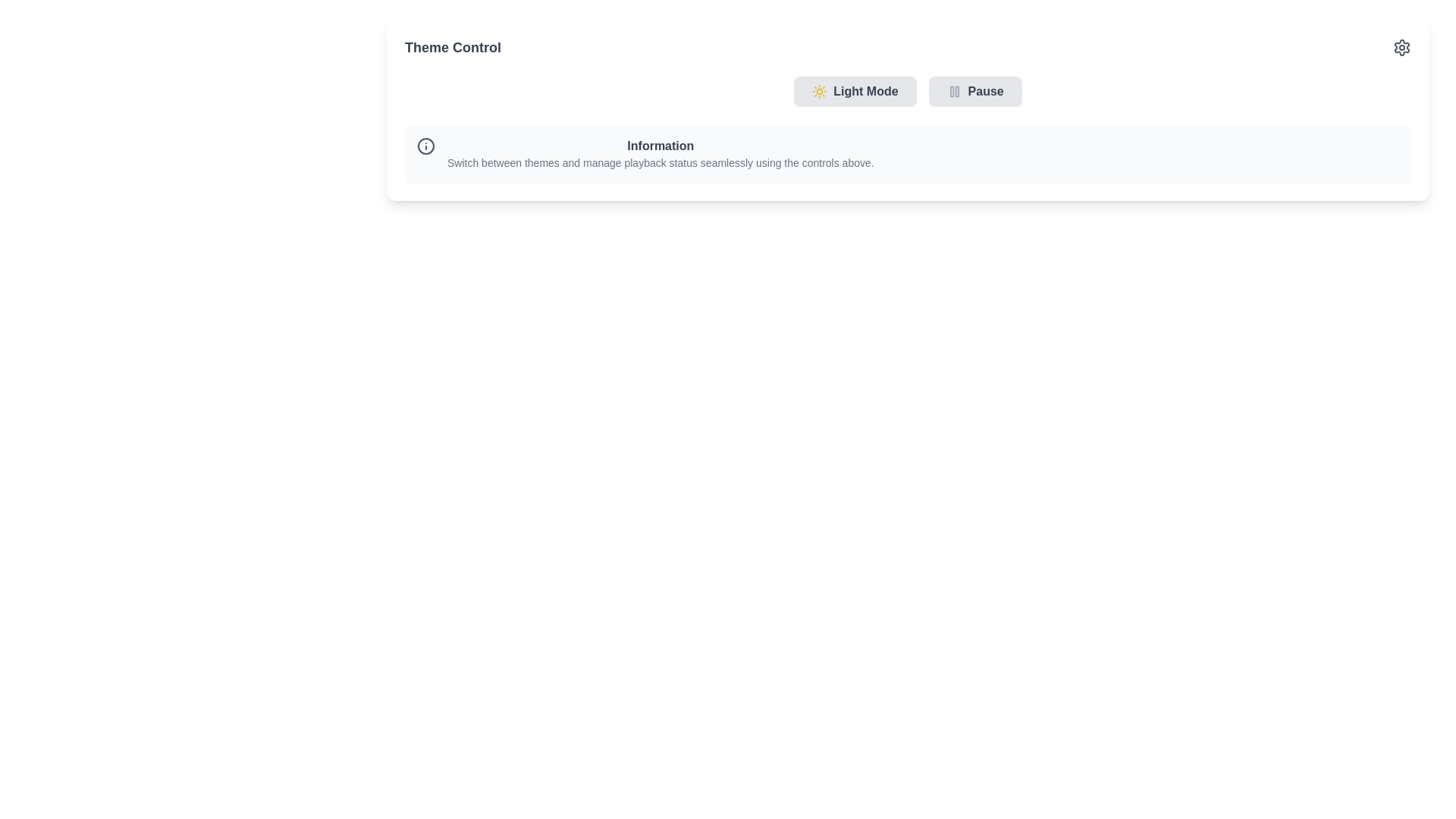 This screenshot has height=819, width=1456. What do you see at coordinates (425, 146) in the screenshot?
I see `the information icon, which is a circular gray icon with an 'i' symbol, located to the far left of the 'Information' panel` at bounding box center [425, 146].